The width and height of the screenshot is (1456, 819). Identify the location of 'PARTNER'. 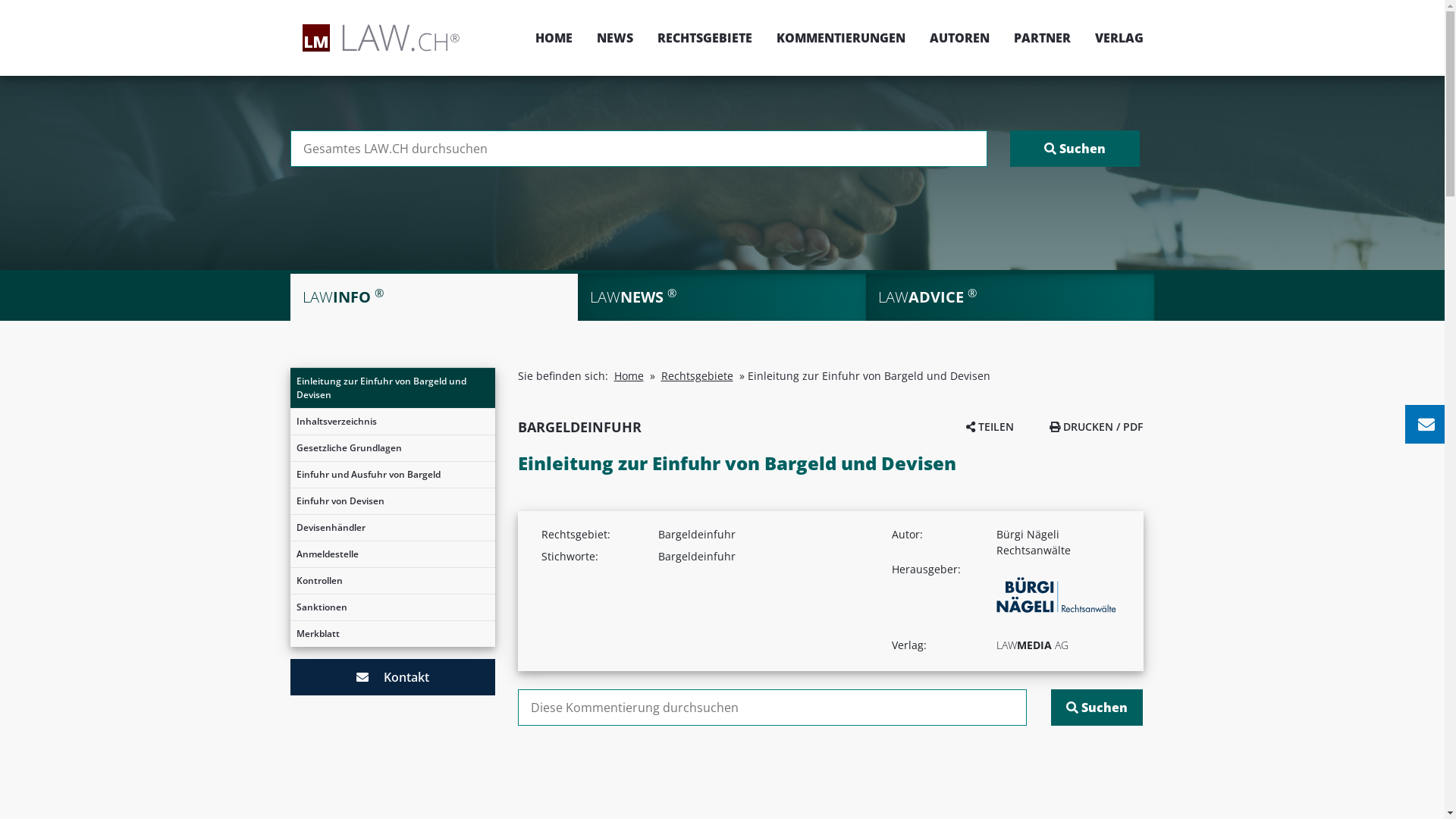
(1040, 37).